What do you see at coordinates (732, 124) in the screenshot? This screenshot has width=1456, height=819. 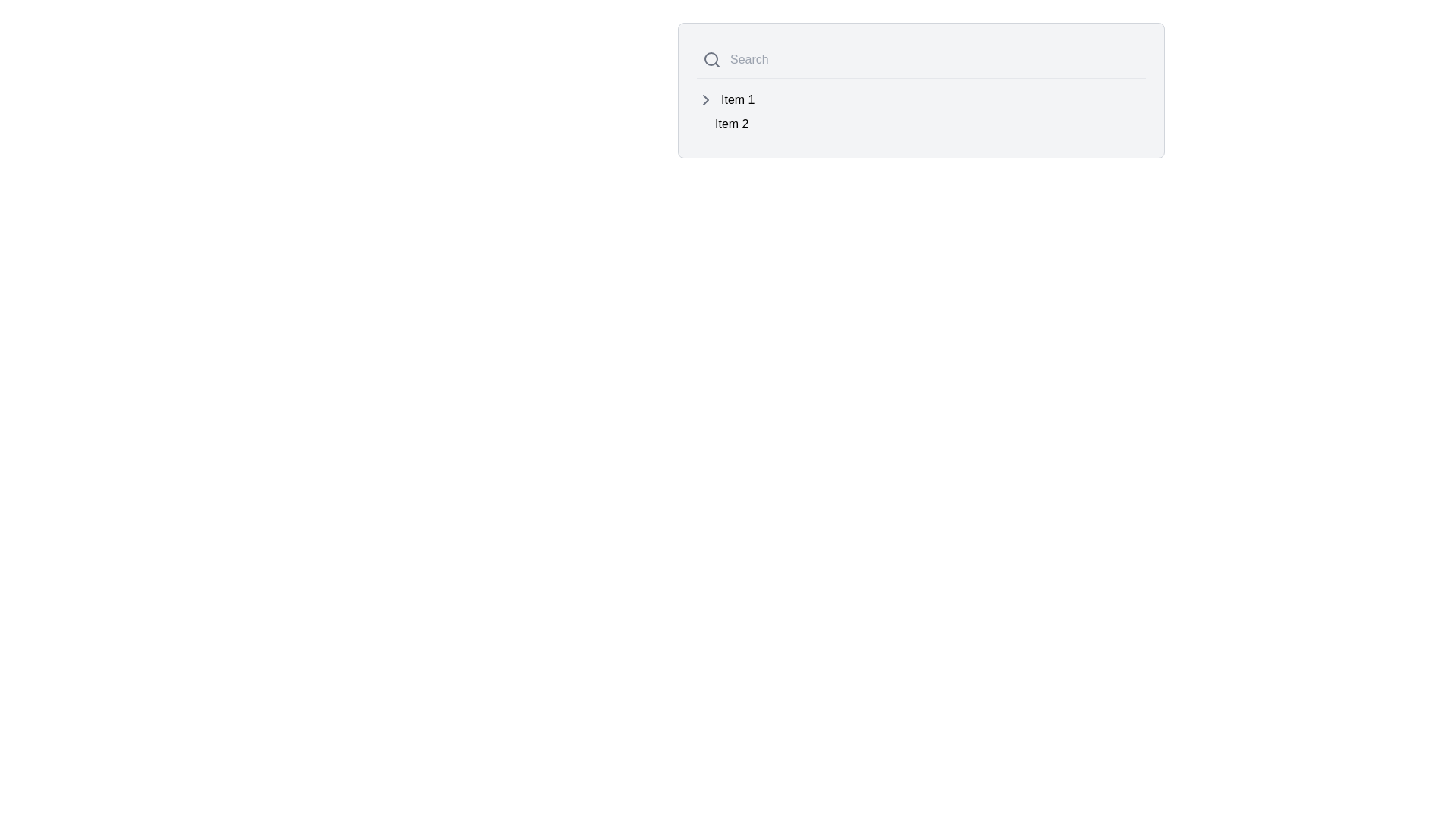 I see `text label displaying 'Item 2', which is located below 'Item 1' in a vertical list and indented under it` at bounding box center [732, 124].